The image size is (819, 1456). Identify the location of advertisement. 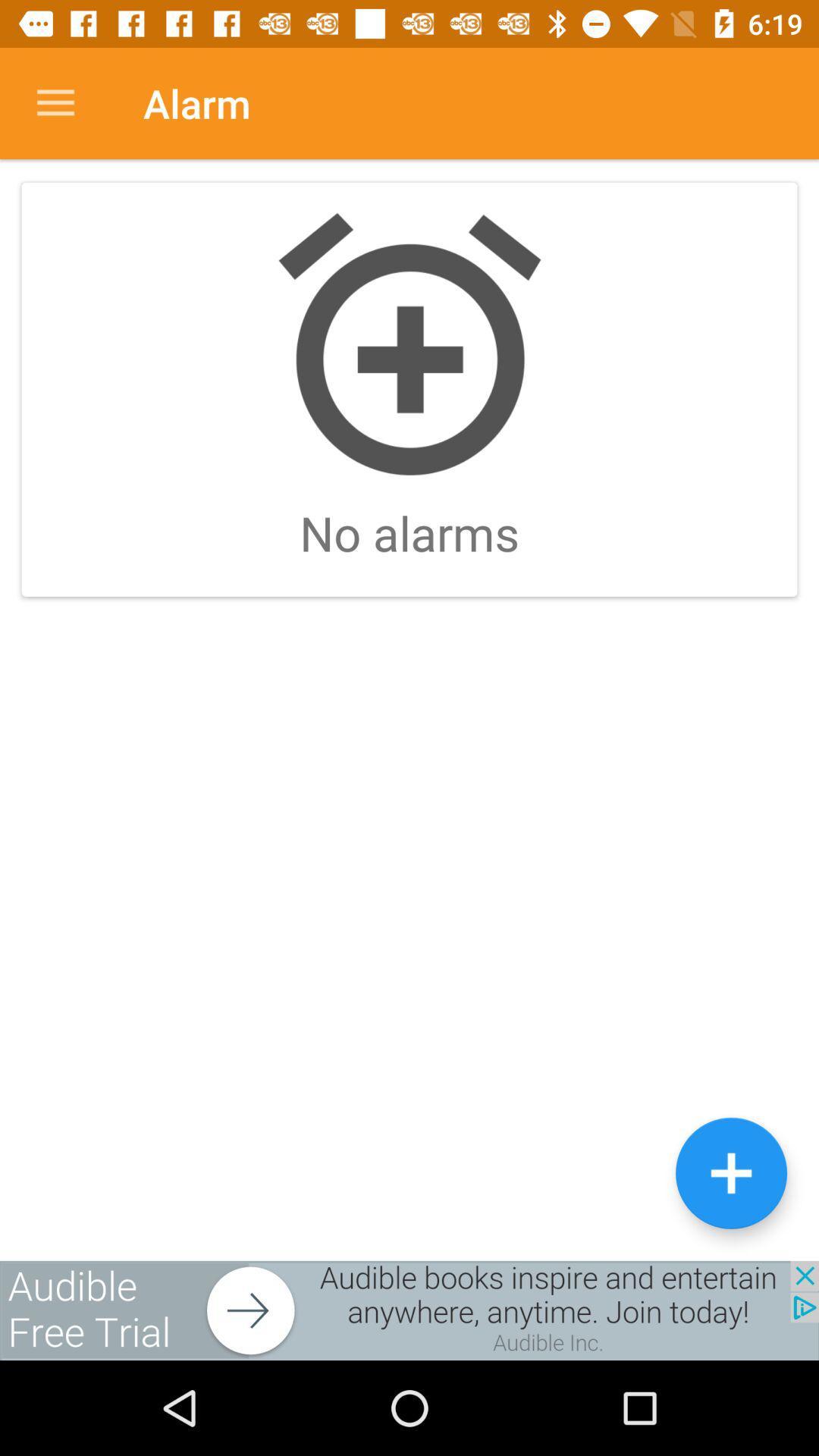
(409, 1310).